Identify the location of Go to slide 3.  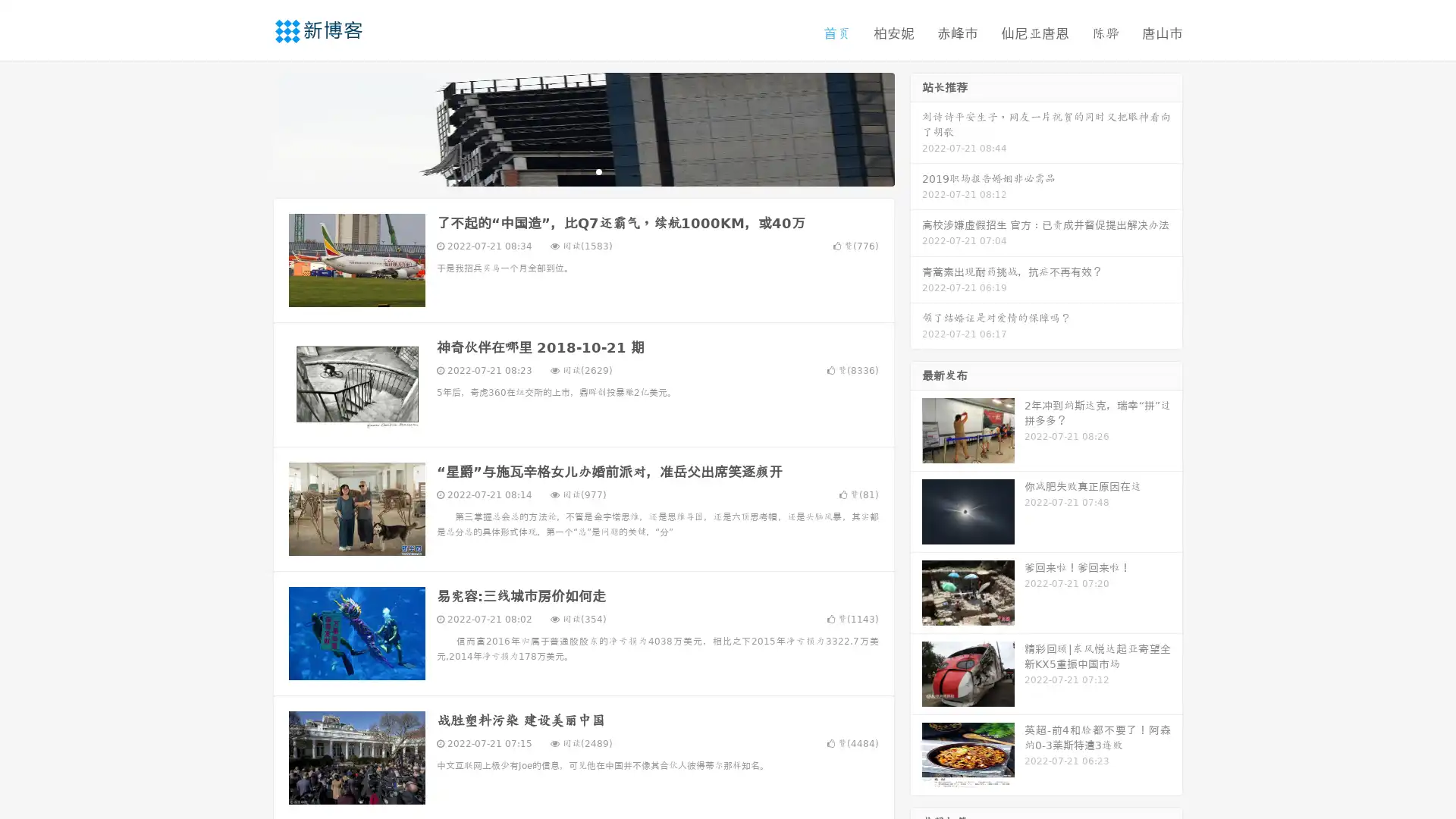
(598, 171).